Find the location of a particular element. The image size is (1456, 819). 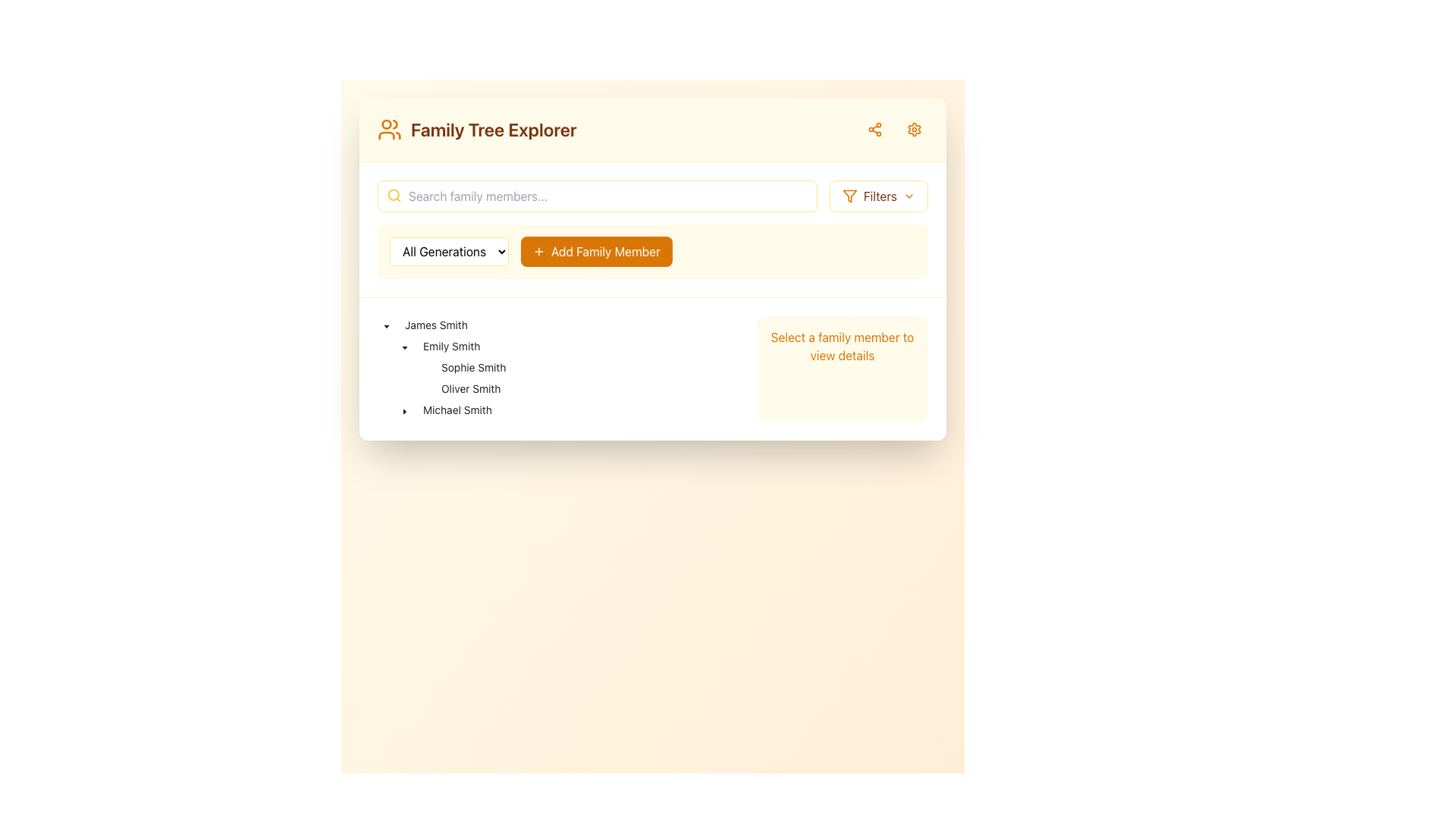

the instructional message text display located in a light yellow rectangular panel on the right side of the interface, which guides the user to select a family member from the adjacent list is located at coordinates (841, 346).